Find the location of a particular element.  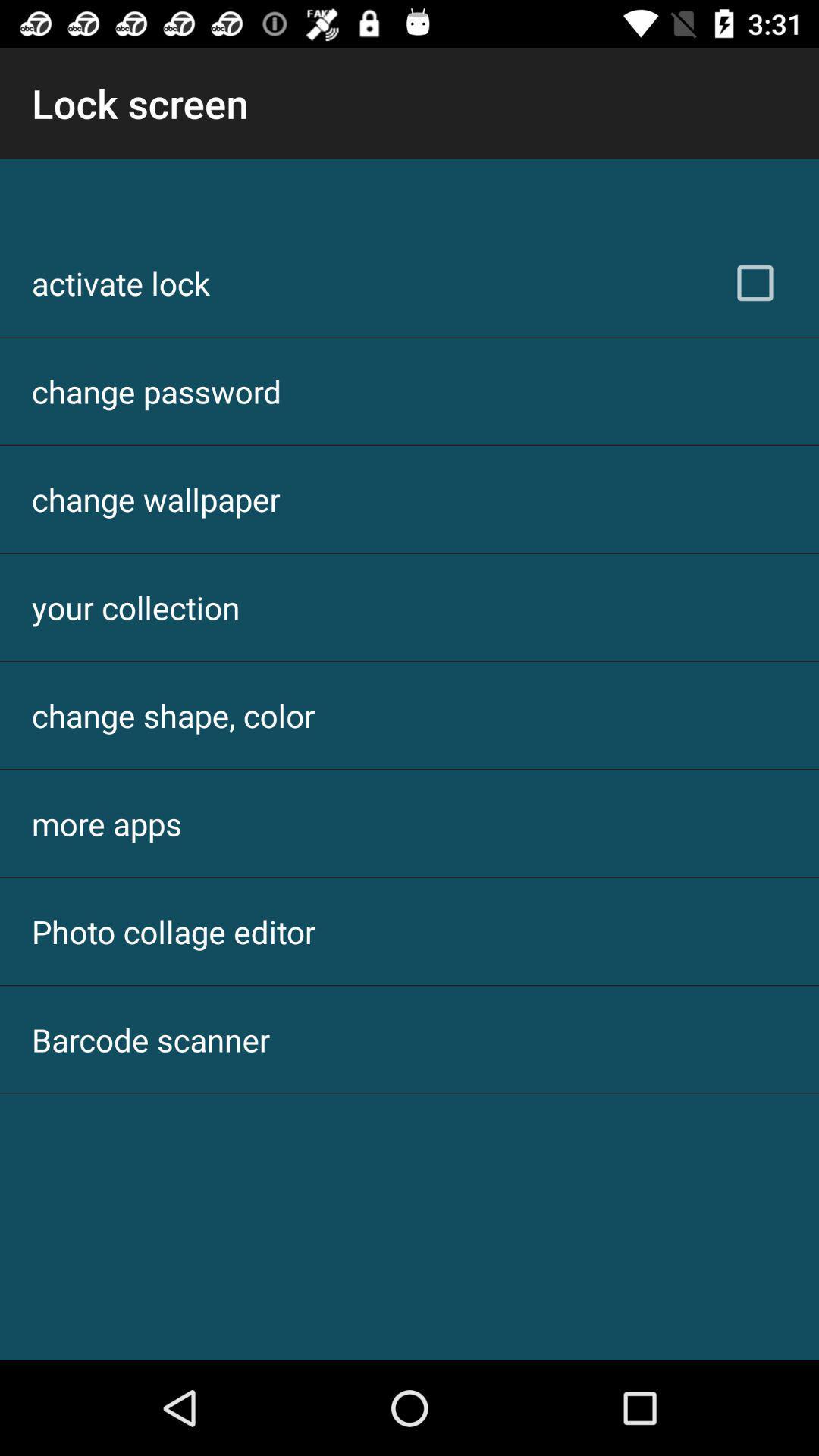

the app to the right of the activate lock app is located at coordinates (755, 283).